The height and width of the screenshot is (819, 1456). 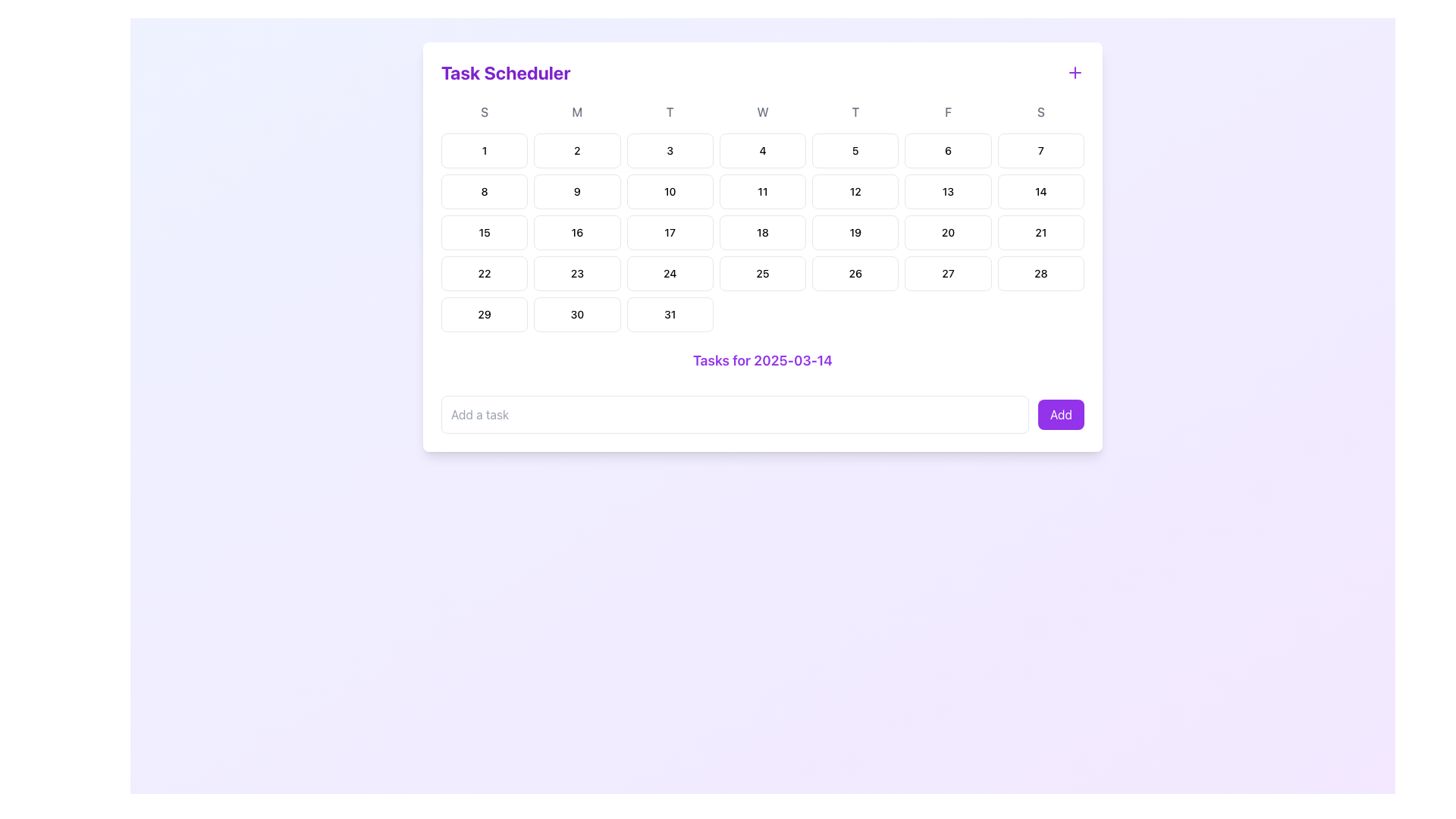 I want to click on the button displaying the number '9' in the calendar interface, so click(x=576, y=191).